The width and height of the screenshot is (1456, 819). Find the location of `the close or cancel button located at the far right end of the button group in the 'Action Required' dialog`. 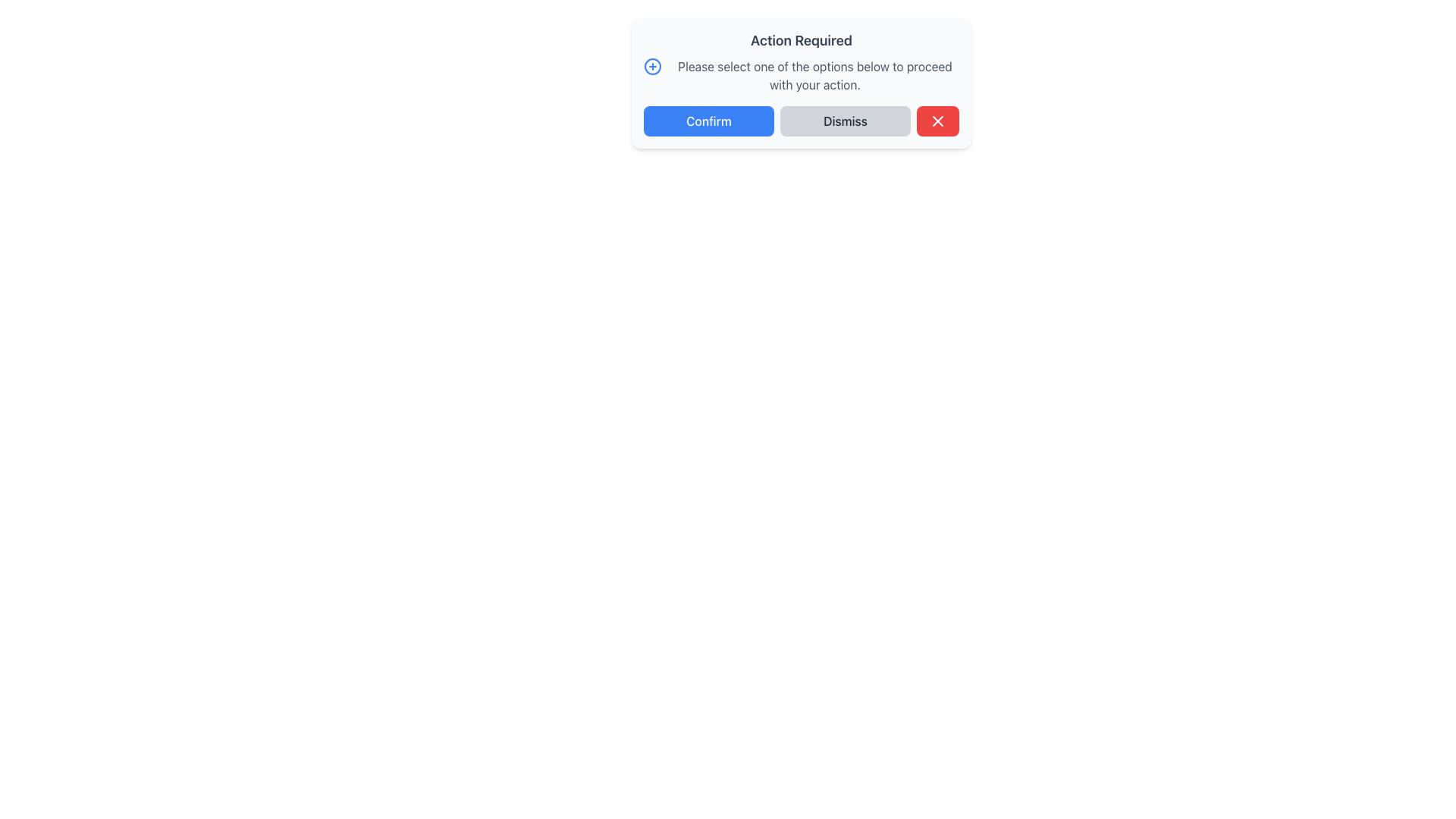

the close or cancel button located at the far right end of the button group in the 'Action Required' dialog is located at coordinates (937, 120).